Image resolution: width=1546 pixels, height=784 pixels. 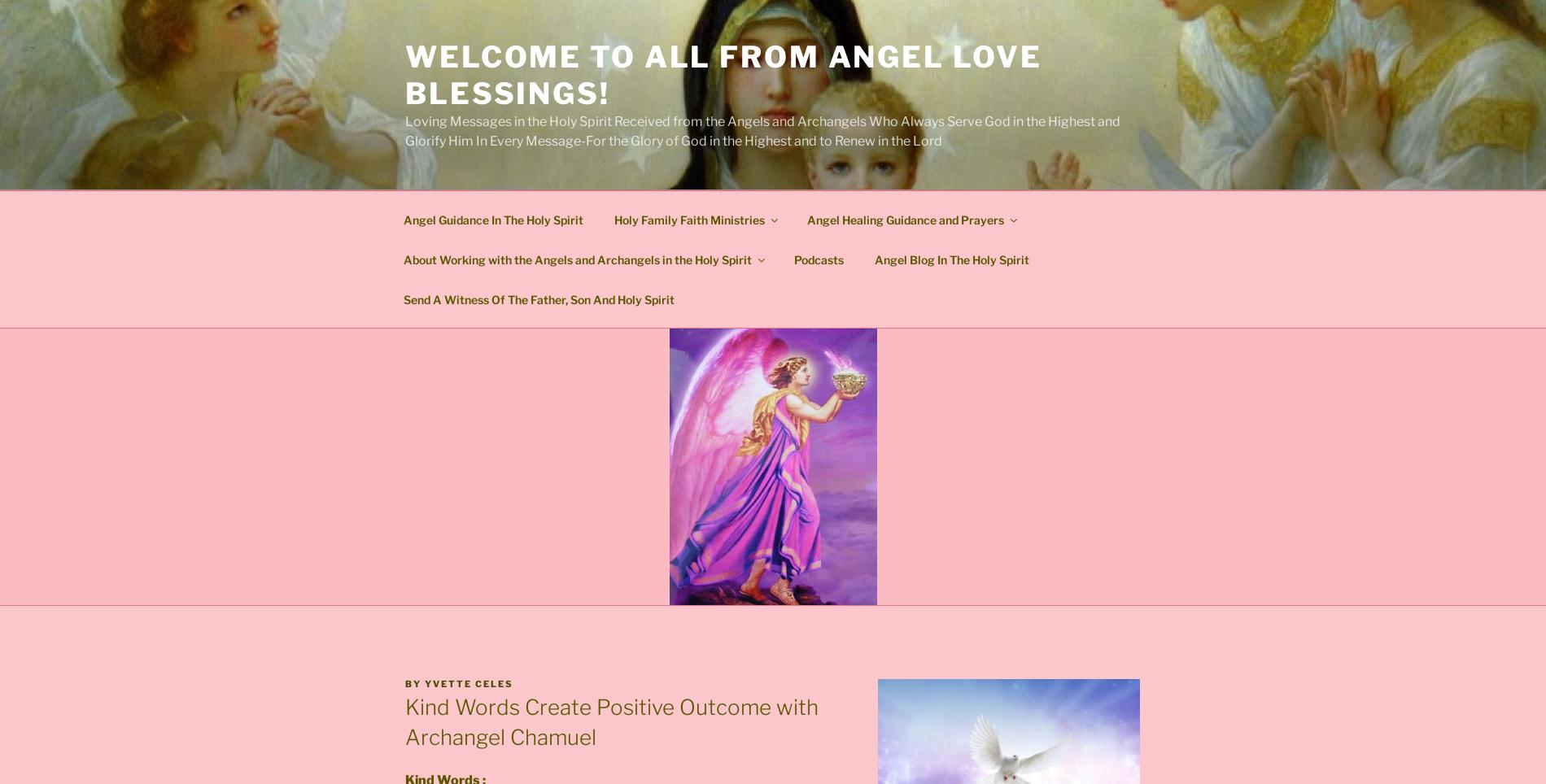 What do you see at coordinates (402, 218) in the screenshot?
I see `'Angel Guidance In The Holy Spirit'` at bounding box center [402, 218].